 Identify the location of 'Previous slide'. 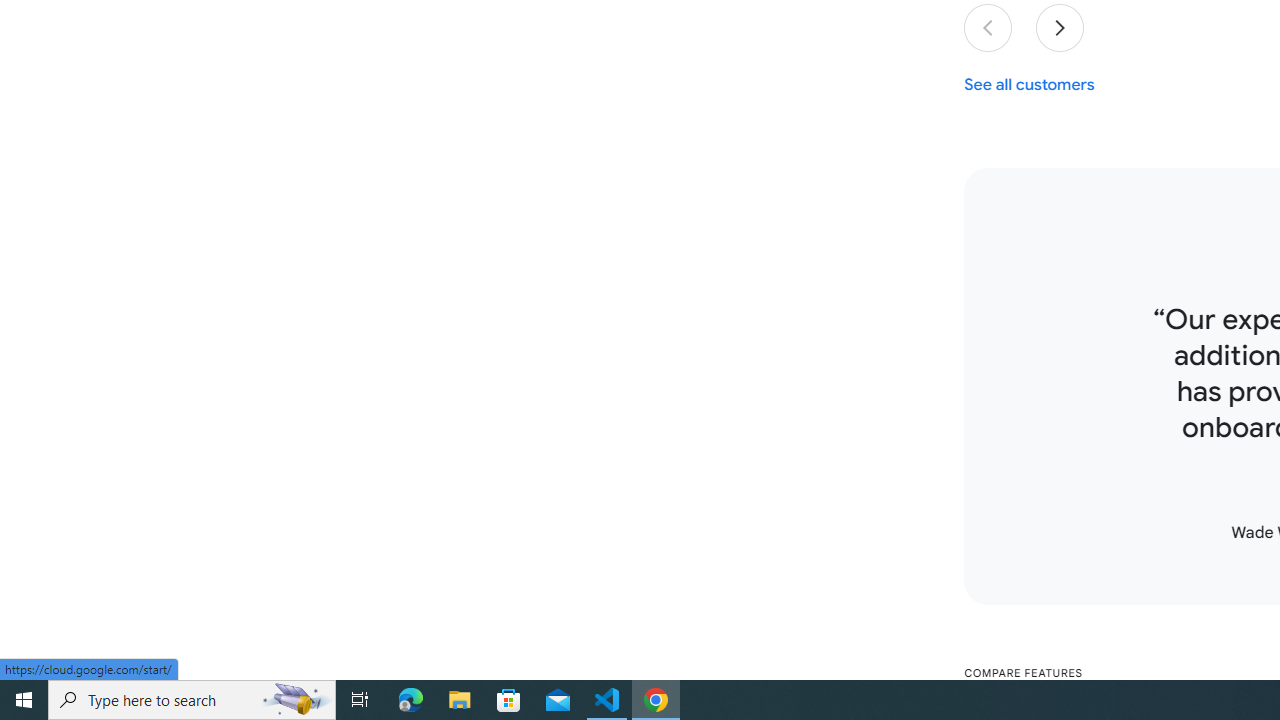
(988, 28).